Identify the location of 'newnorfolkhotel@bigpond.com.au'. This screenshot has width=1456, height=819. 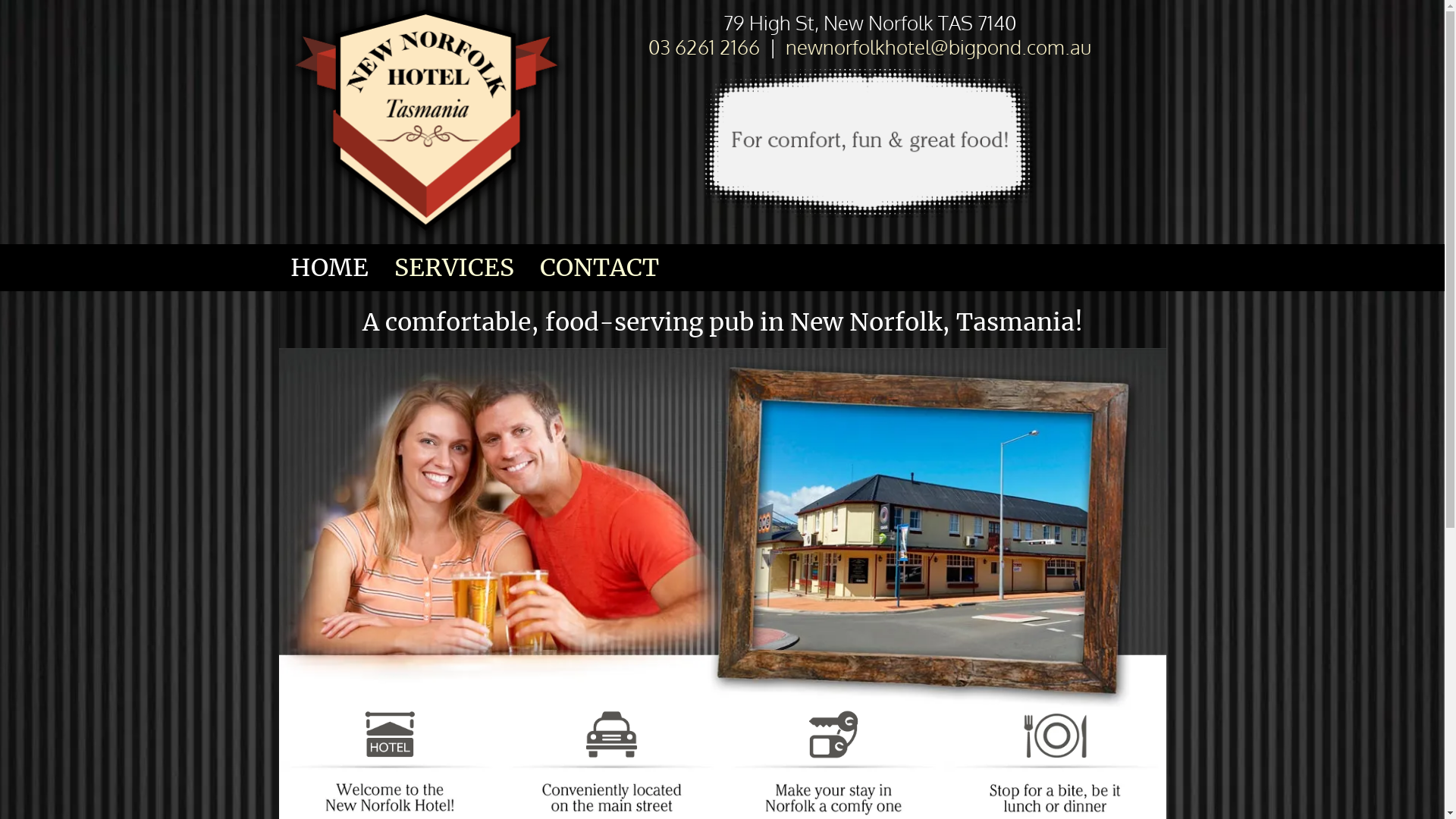
(937, 45).